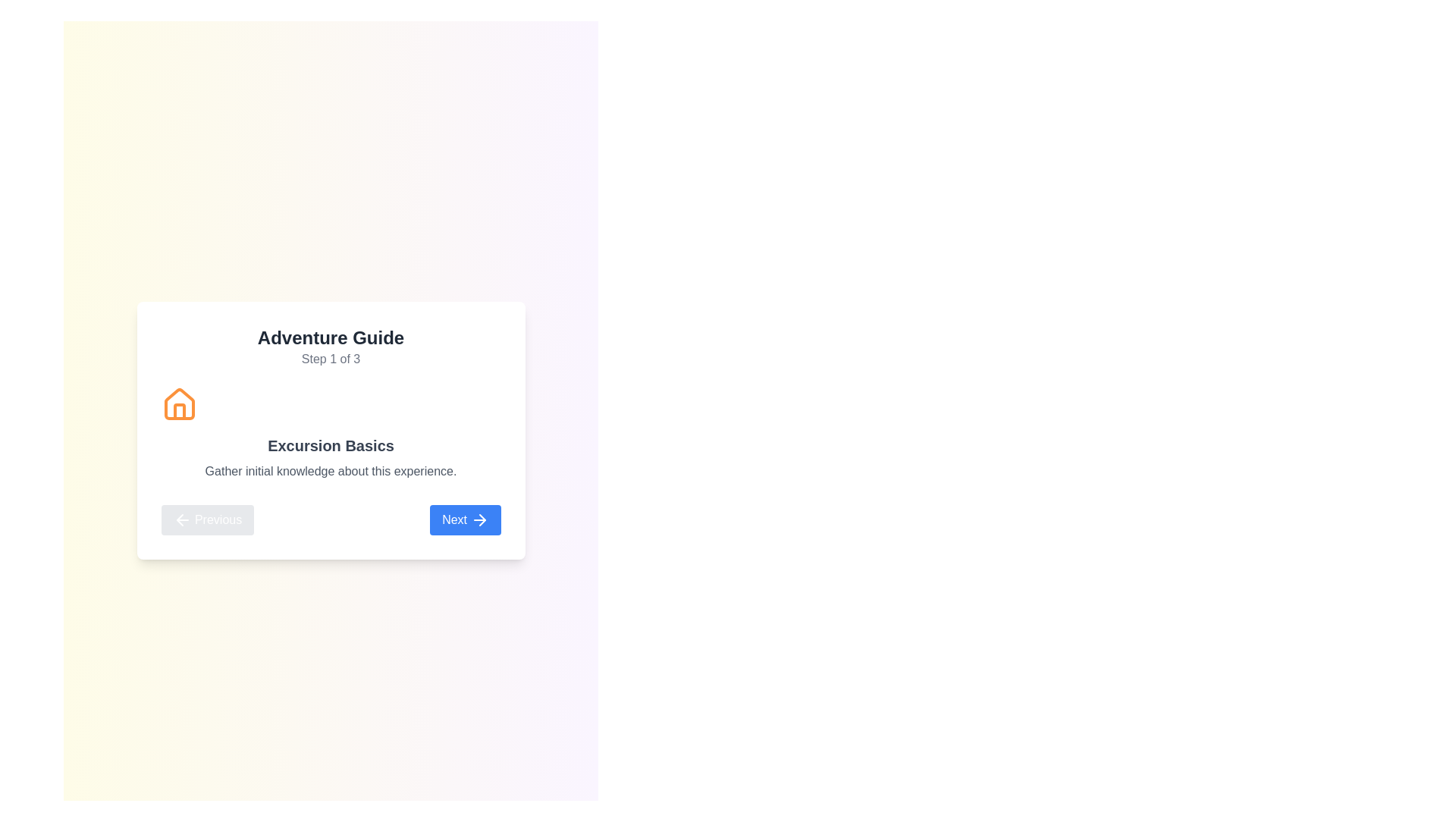 This screenshot has width=1456, height=819. Describe the element at coordinates (481, 519) in the screenshot. I see `the right-pointing arrow icon within the blue 'Next' button to proceed` at that location.